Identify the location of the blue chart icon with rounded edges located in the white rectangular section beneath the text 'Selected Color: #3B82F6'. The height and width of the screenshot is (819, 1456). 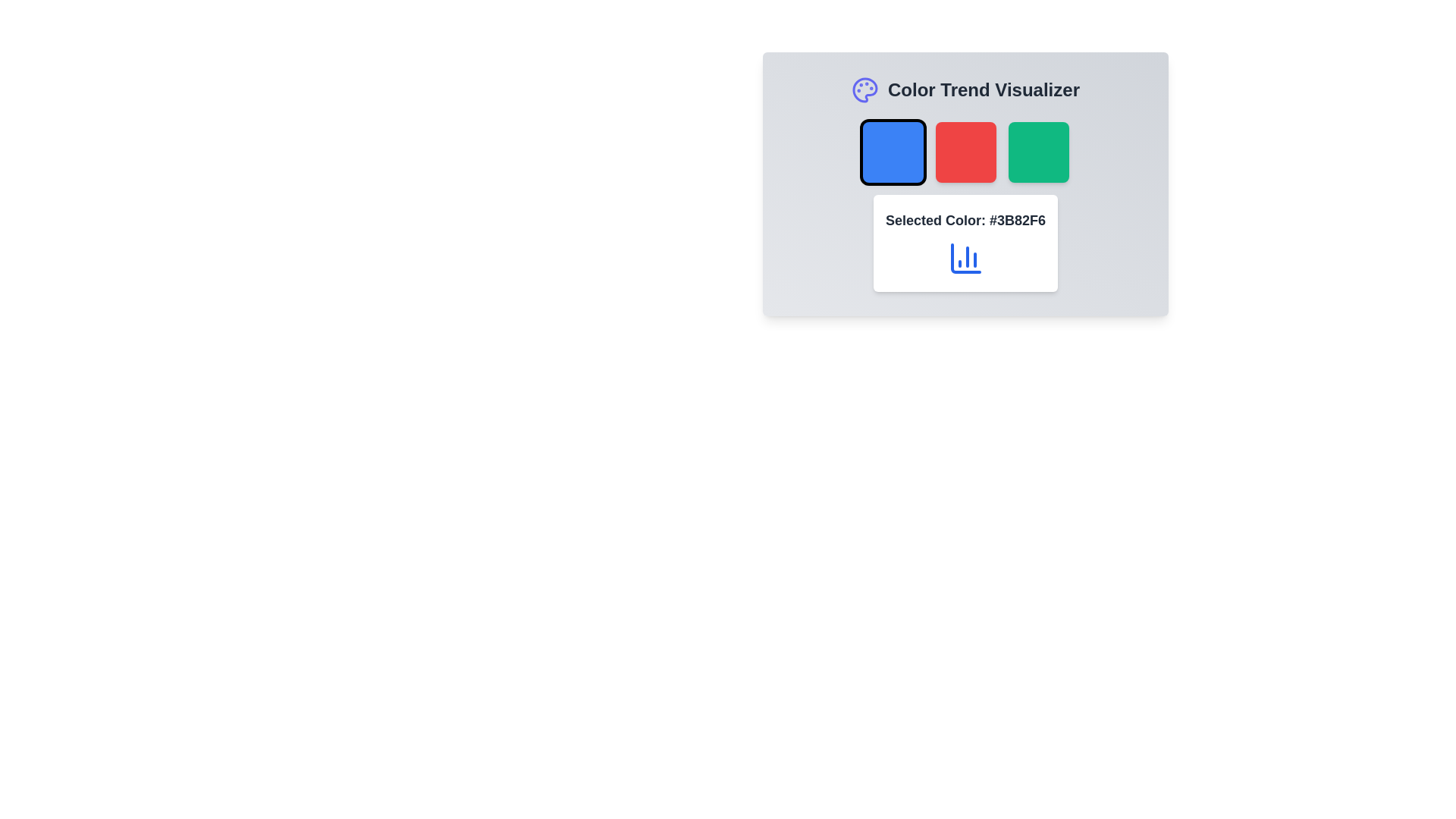
(965, 257).